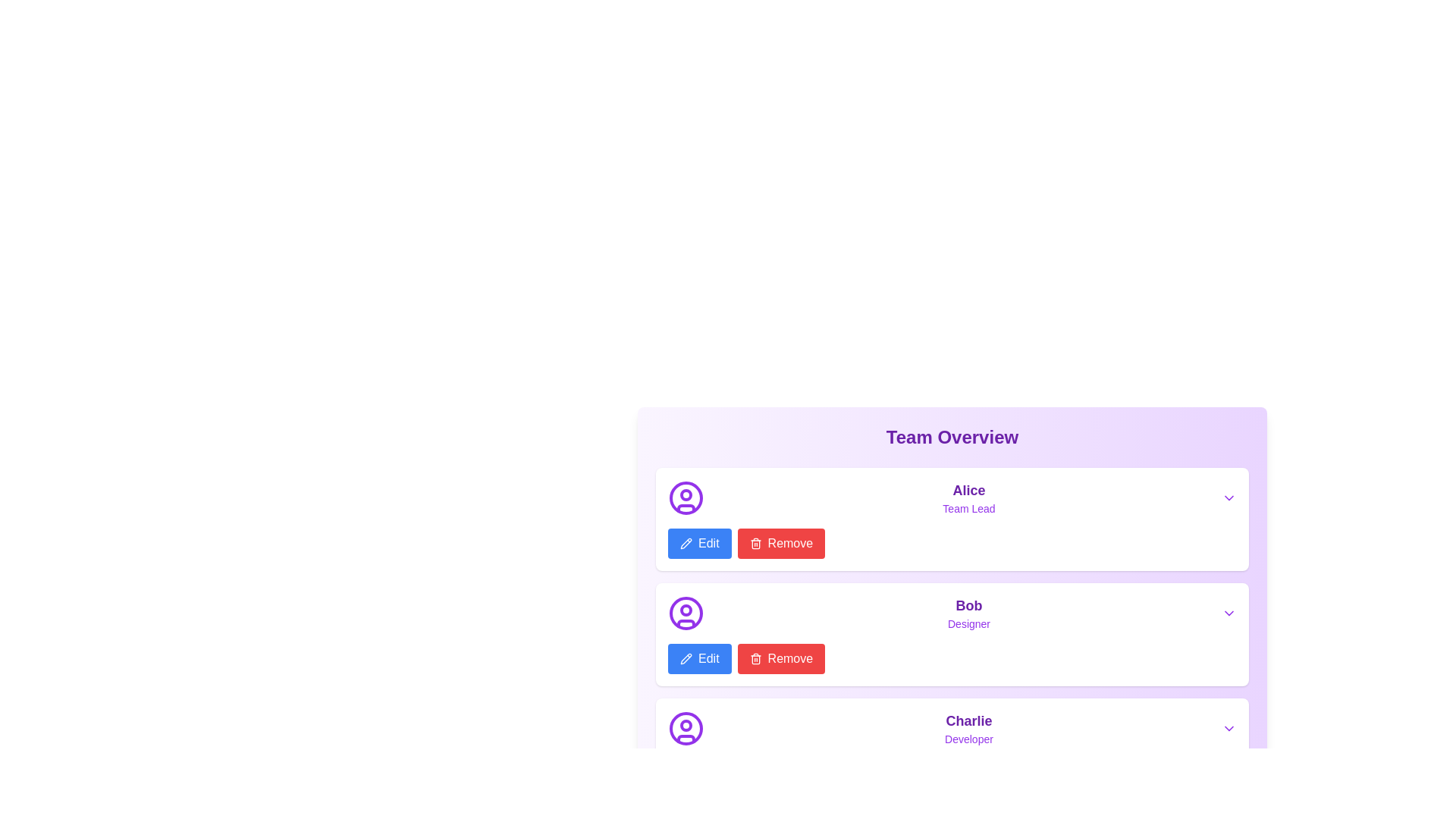 Image resolution: width=1456 pixels, height=819 pixels. I want to click on the 'Edit' button located in the 'Edit Remove' button group for 'Bob' in the second row of the 'Team Overview' section, so click(698, 657).